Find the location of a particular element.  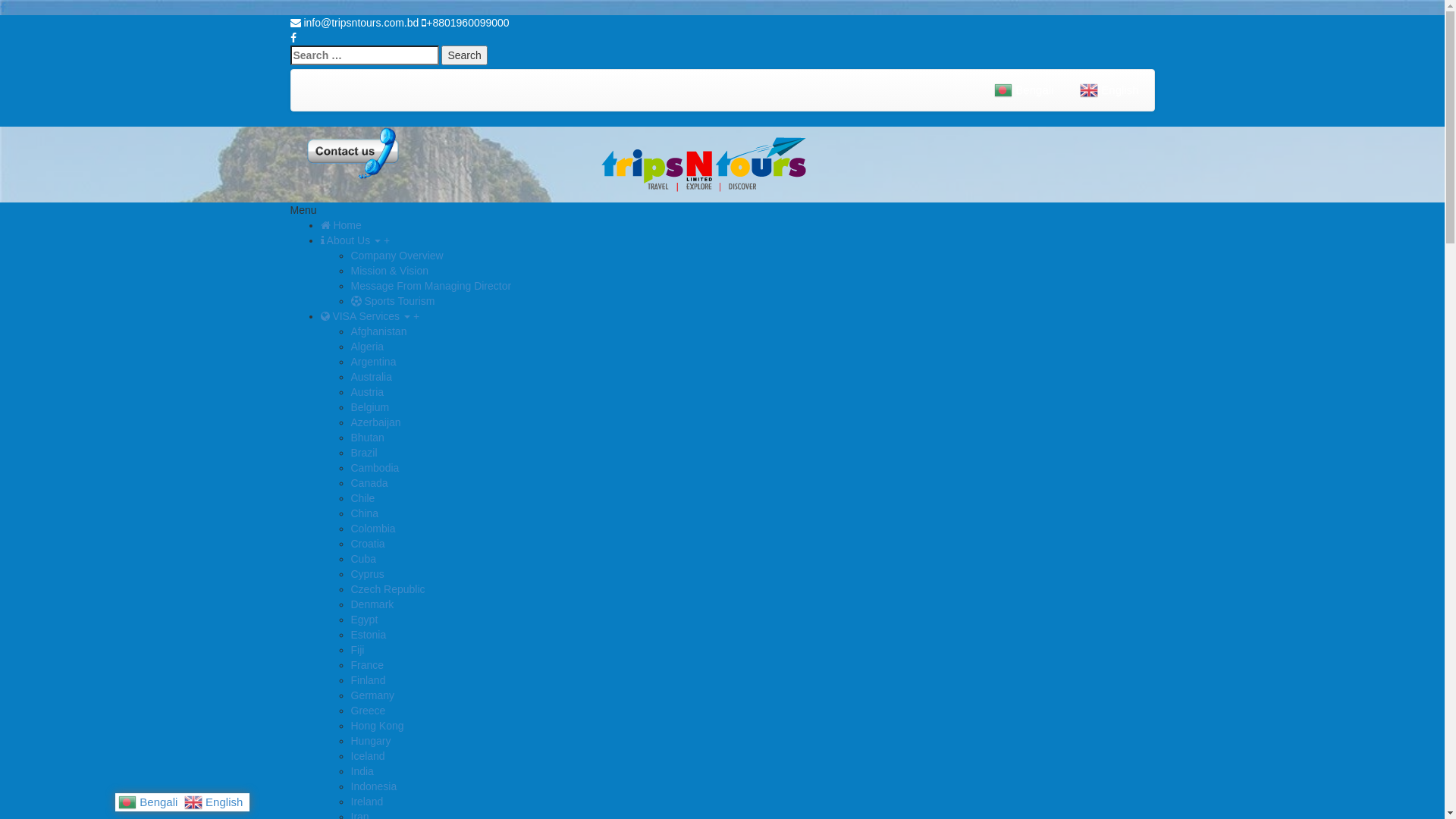

'Fiji' is located at coordinates (356, 648).